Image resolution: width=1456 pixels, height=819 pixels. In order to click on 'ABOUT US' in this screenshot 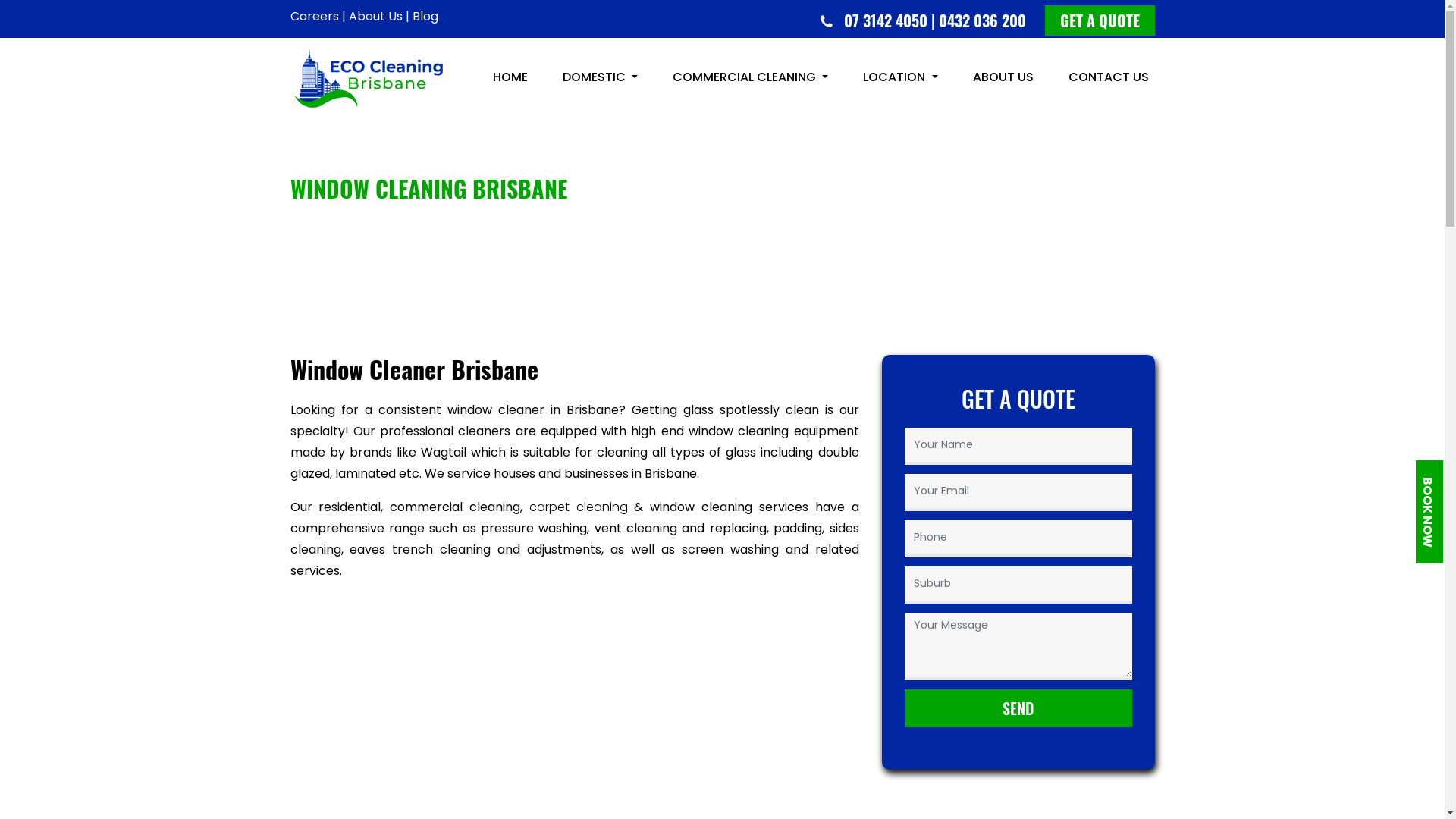, I will do `click(965, 77)`.